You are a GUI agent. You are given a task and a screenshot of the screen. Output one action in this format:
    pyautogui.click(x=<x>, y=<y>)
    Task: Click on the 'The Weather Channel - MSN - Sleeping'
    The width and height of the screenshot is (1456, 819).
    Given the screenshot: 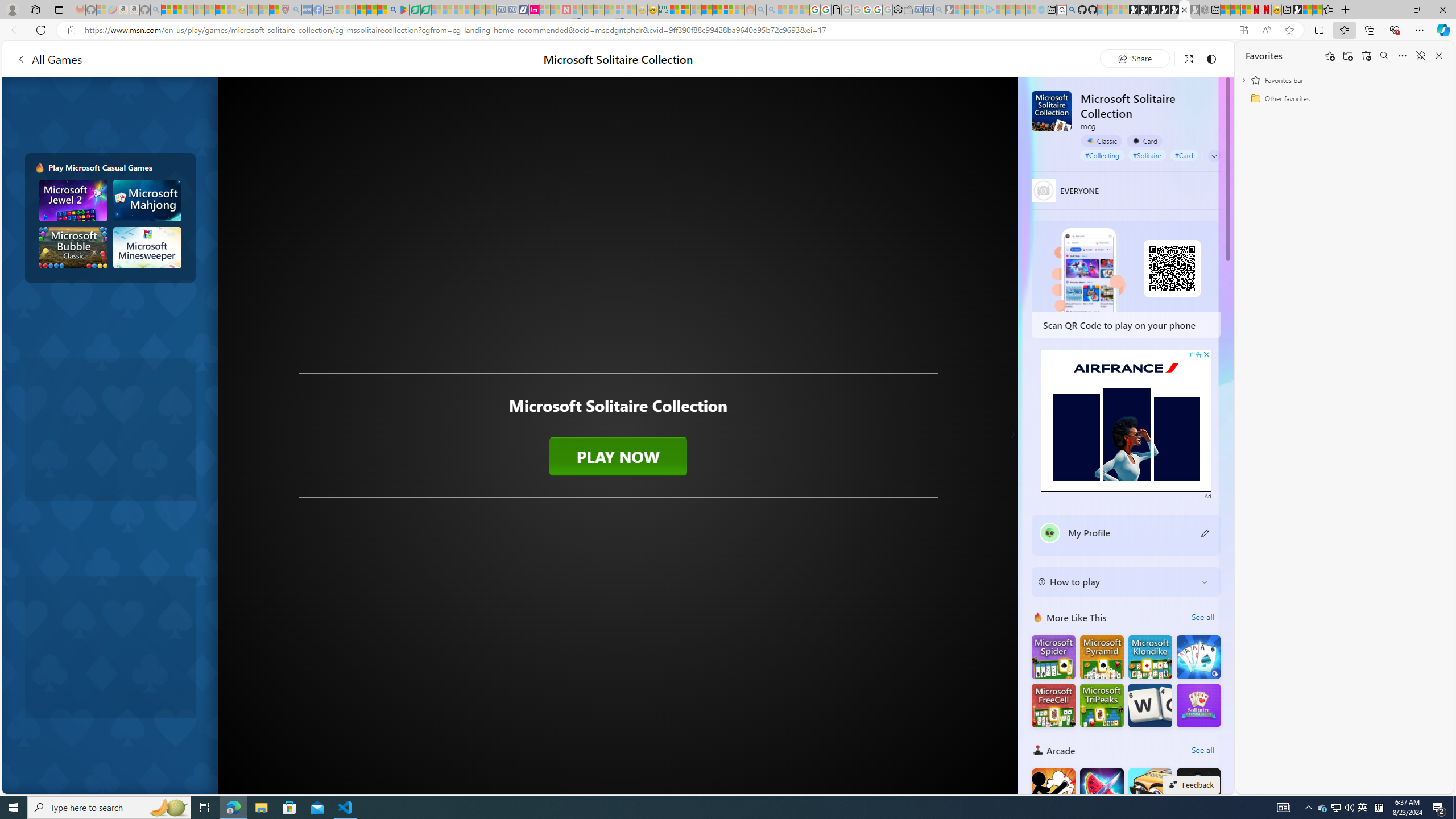 What is the action you would take?
    pyautogui.click(x=188, y=9)
    